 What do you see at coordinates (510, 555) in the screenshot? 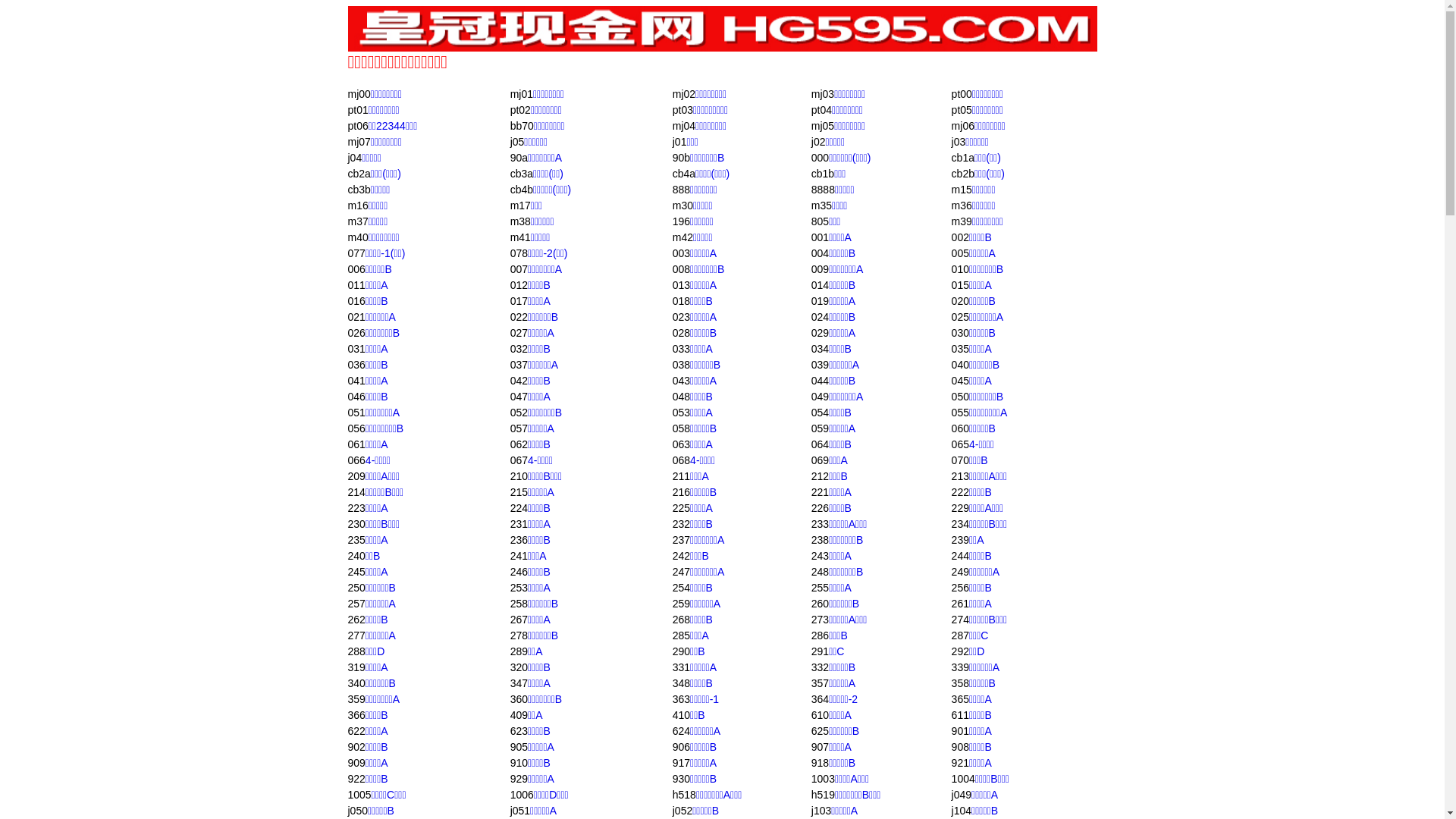
I see `'241'` at bounding box center [510, 555].